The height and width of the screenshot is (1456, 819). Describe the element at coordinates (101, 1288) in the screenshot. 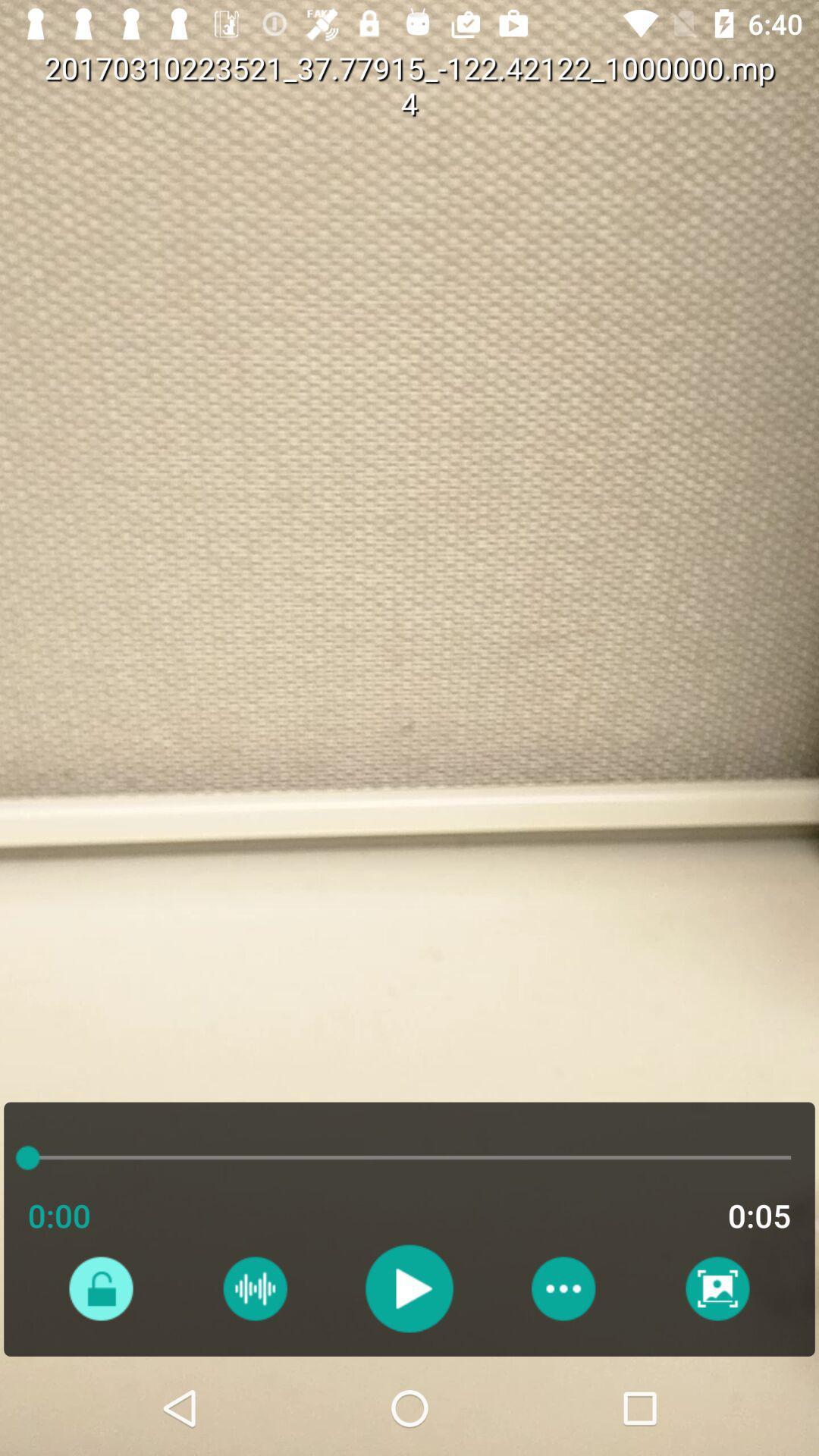

I see `make private` at that location.